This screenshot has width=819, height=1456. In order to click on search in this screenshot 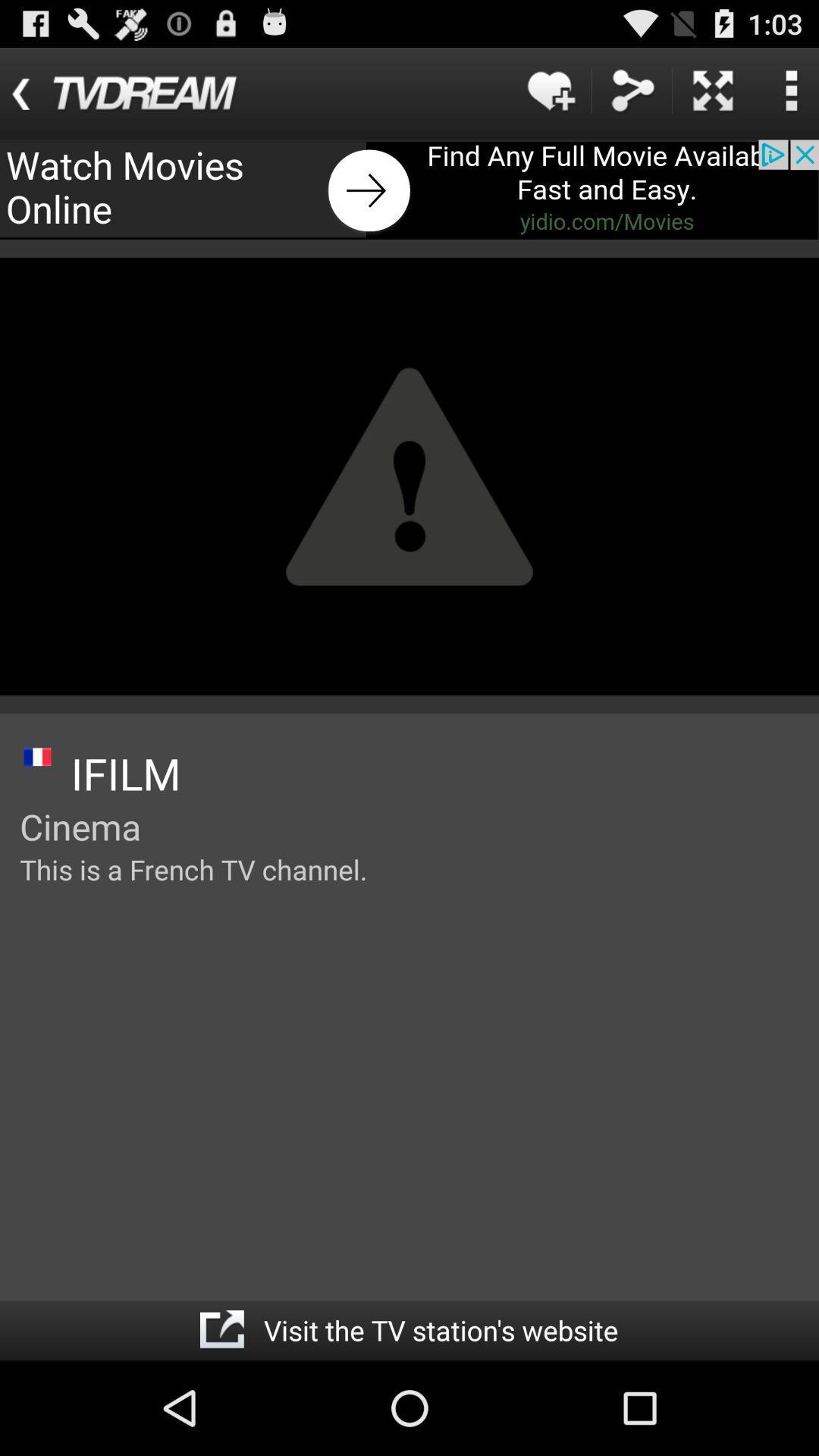, I will do `click(790, 89)`.